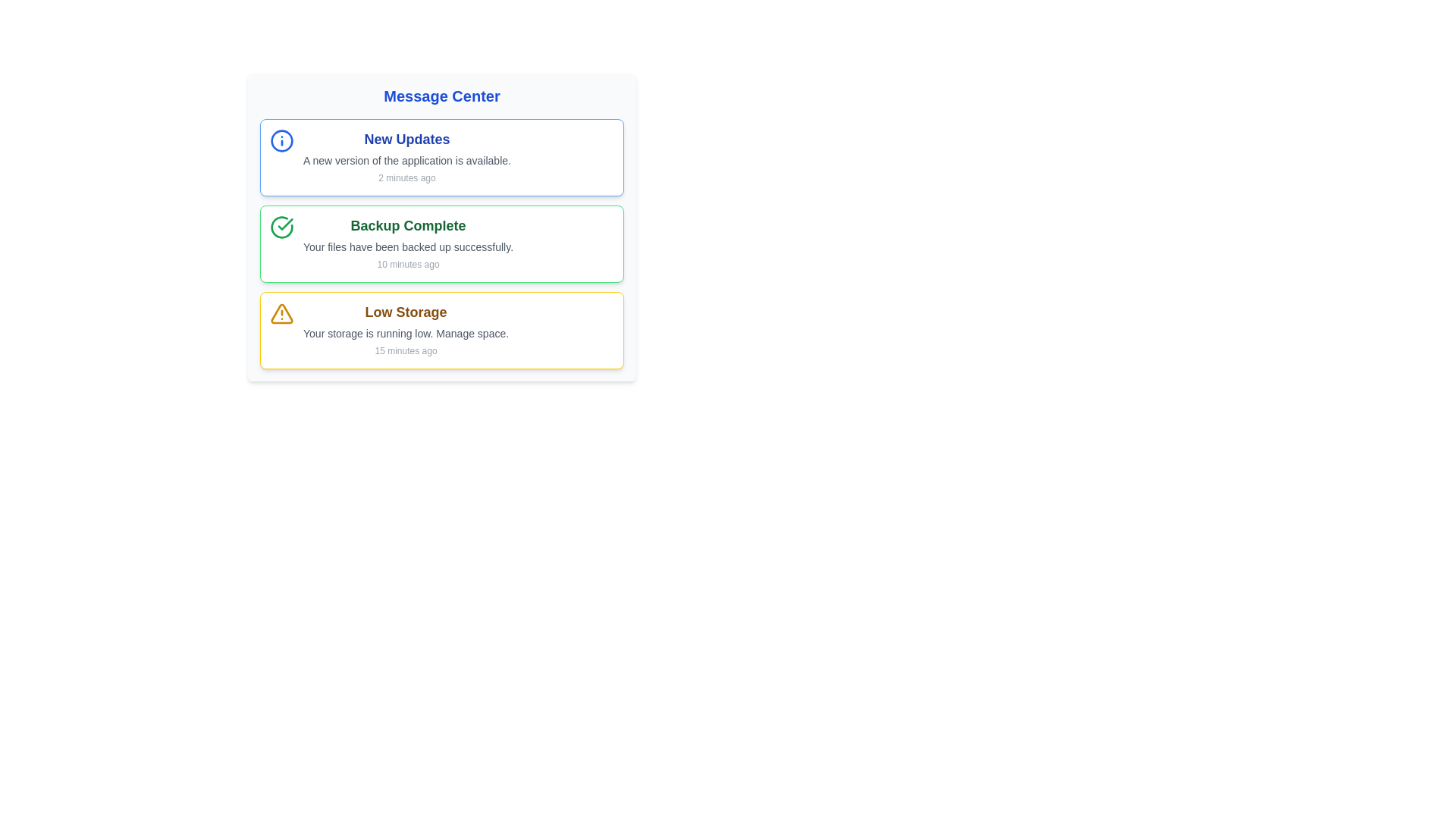 This screenshot has width=1456, height=819. What do you see at coordinates (441, 243) in the screenshot?
I see `the group of notification cards located below the 'Message Center' header` at bounding box center [441, 243].